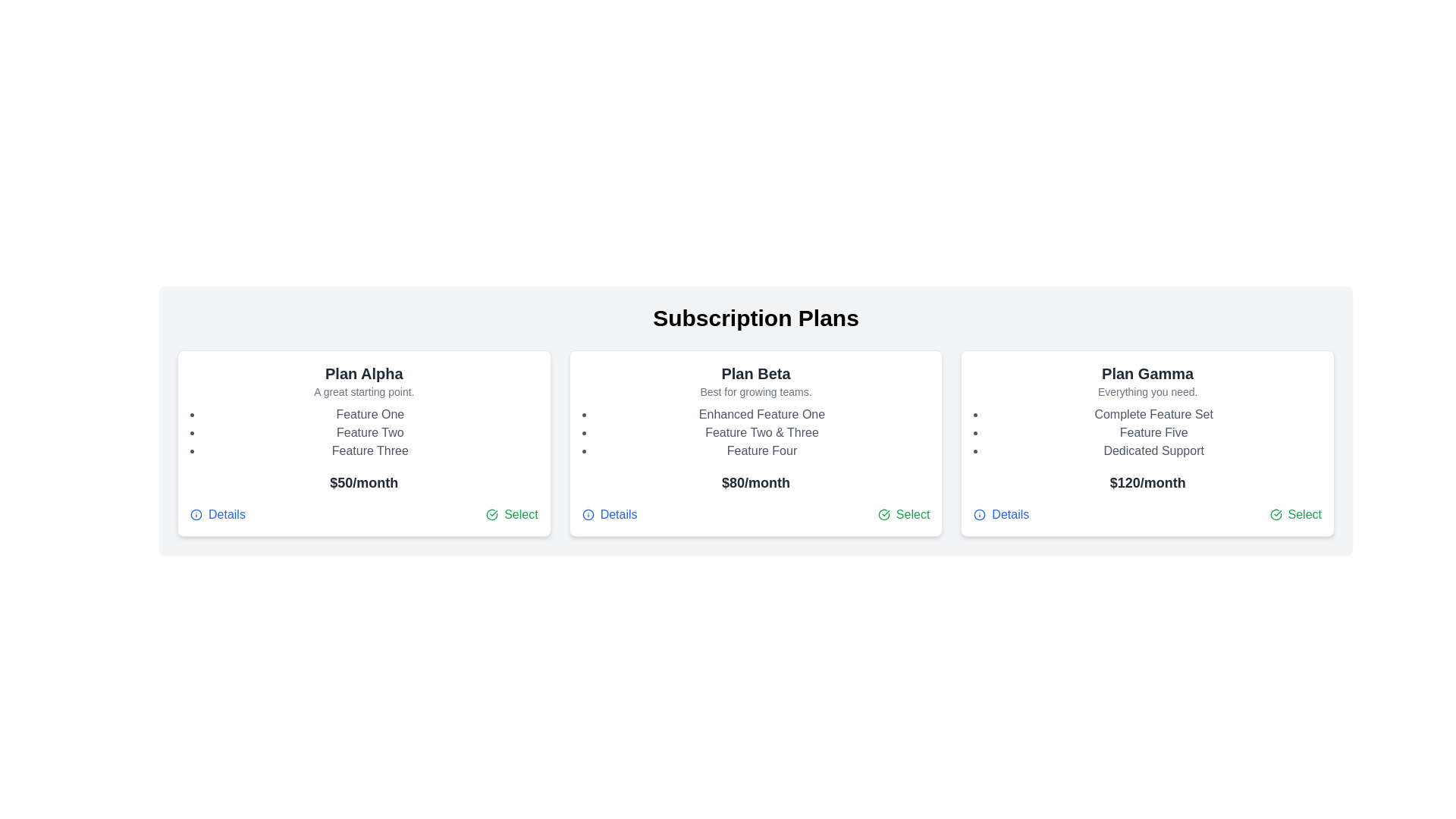 This screenshot has height=819, width=1456. What do you see at coordinates (883, 513) in the screenshot?
I see `the subscription plan selection icon located to the left of the 'Select' text in the middle subscription plan card ('Plan Beta')` at bounding box center [883, 513].